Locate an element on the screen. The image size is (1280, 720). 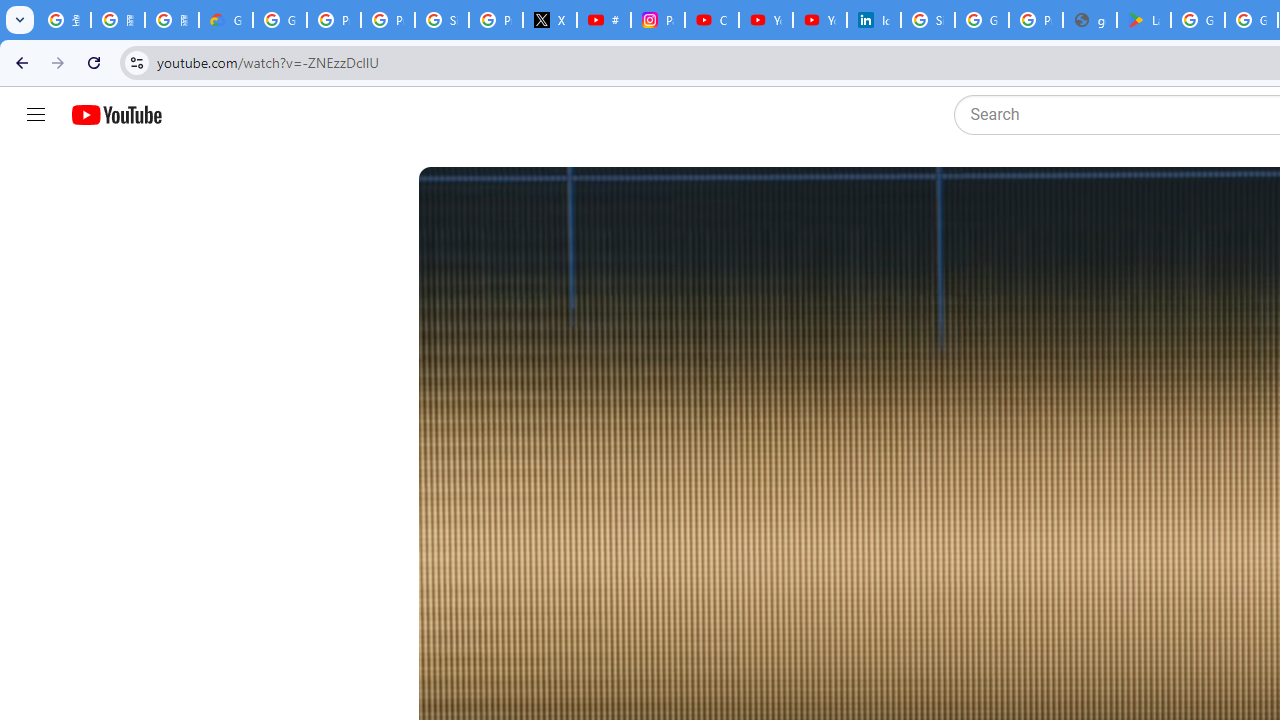
'google_privacy_policy_en.pdf' is located at coordinates (1088, 20).